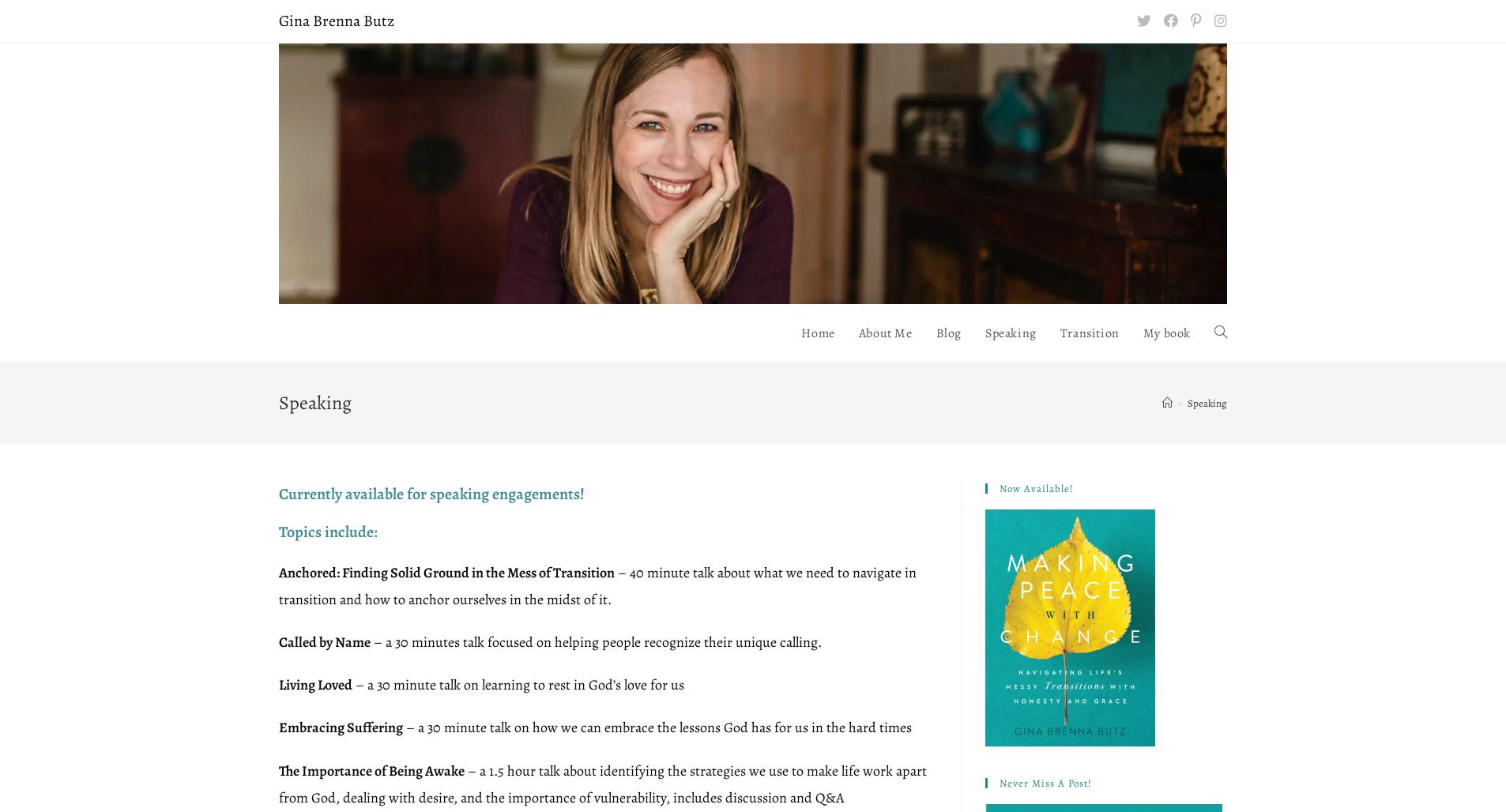 The width and height of the screenshot is (1506, 812). Describe the element at coordinates (596, 641) in the screenshot. I see `'– a 30 minutes talk focused on helping people recognize their unique calling.'` at that location.